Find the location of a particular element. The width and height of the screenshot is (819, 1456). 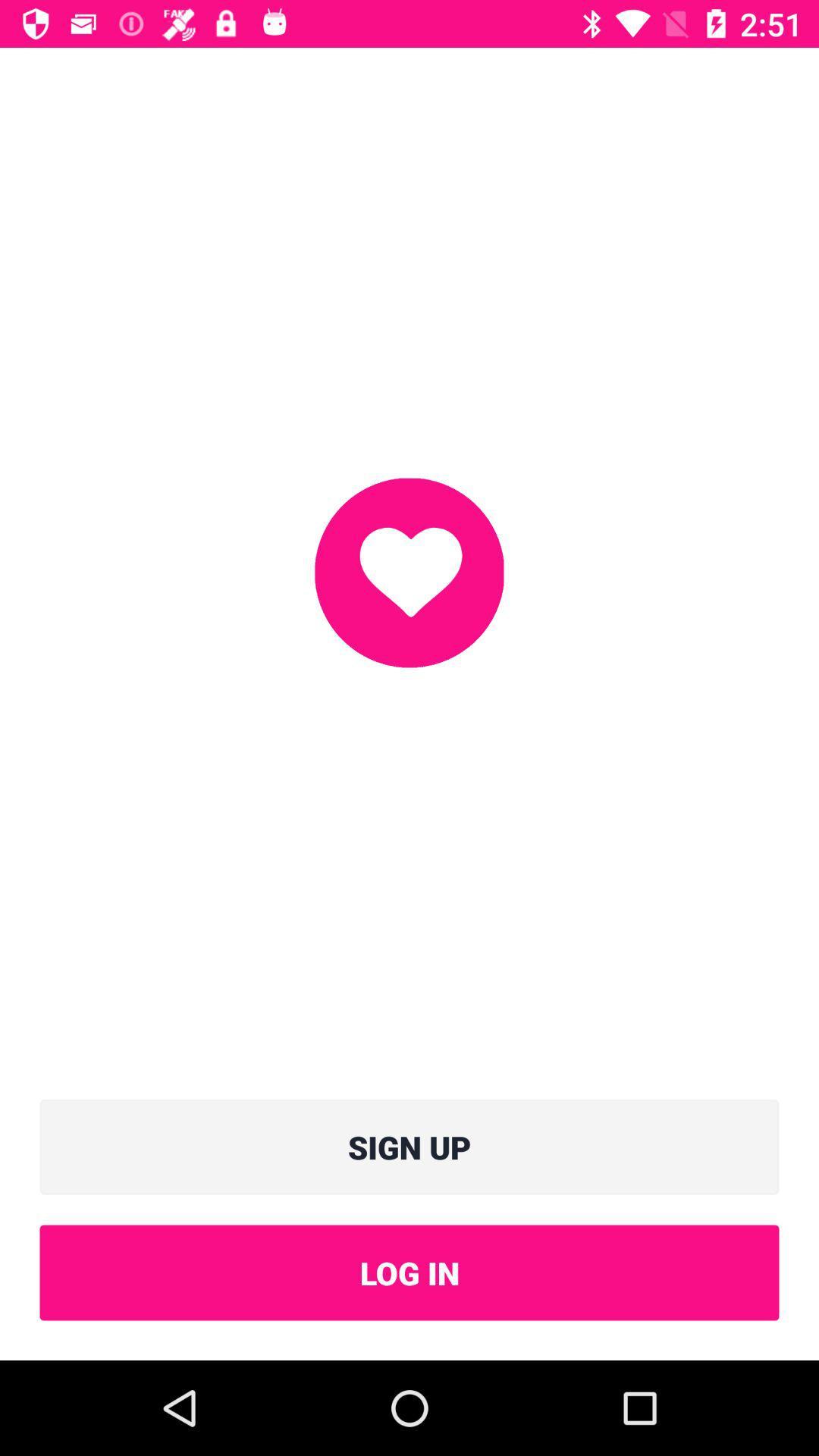

log in is located at coordinates (409, 1272).